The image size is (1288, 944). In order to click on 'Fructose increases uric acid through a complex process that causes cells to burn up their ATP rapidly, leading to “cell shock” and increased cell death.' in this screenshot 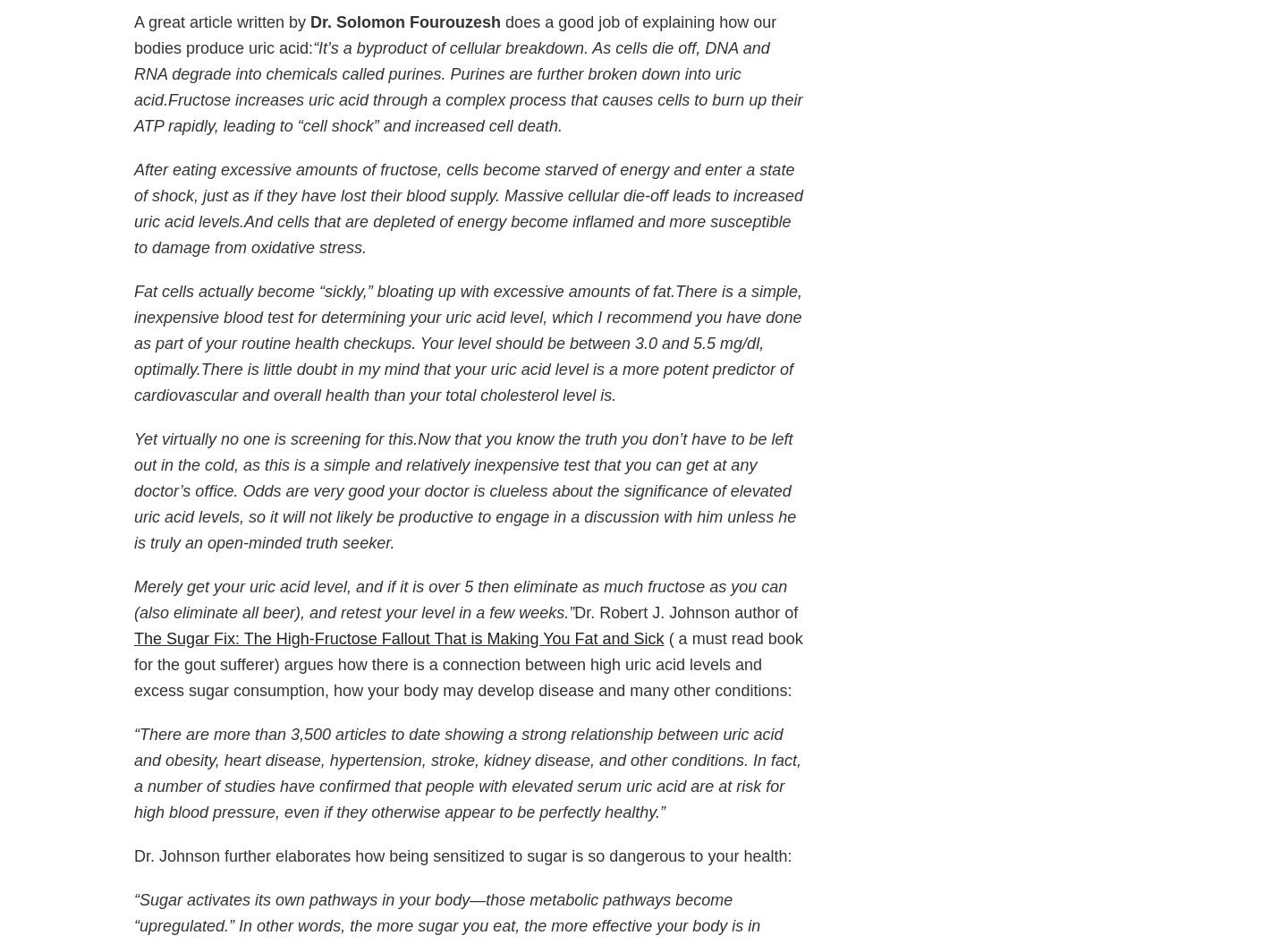, I will do `click(467, 113)`.